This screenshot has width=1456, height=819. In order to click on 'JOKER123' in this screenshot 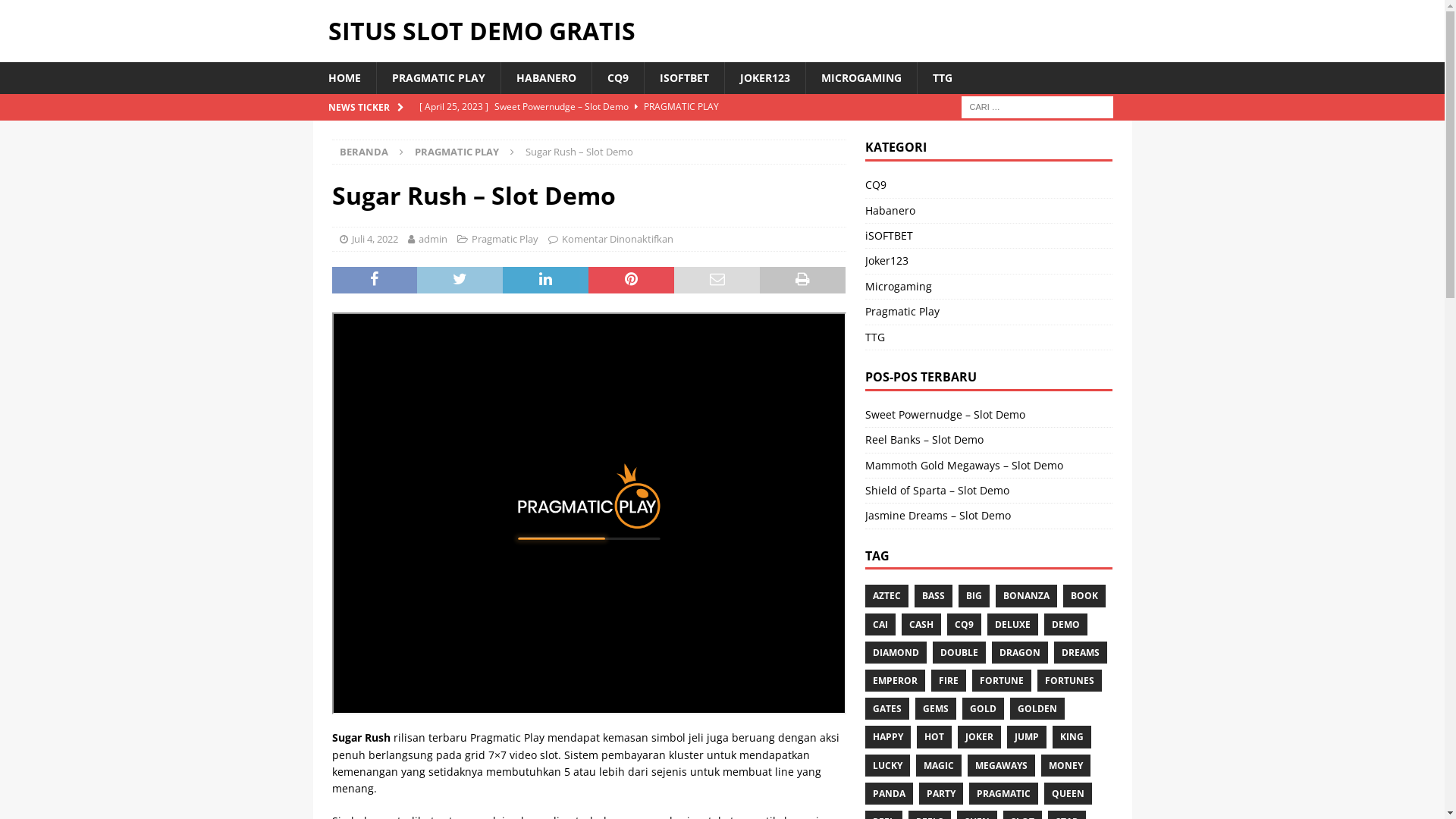, I will do `click(764, 78)`.